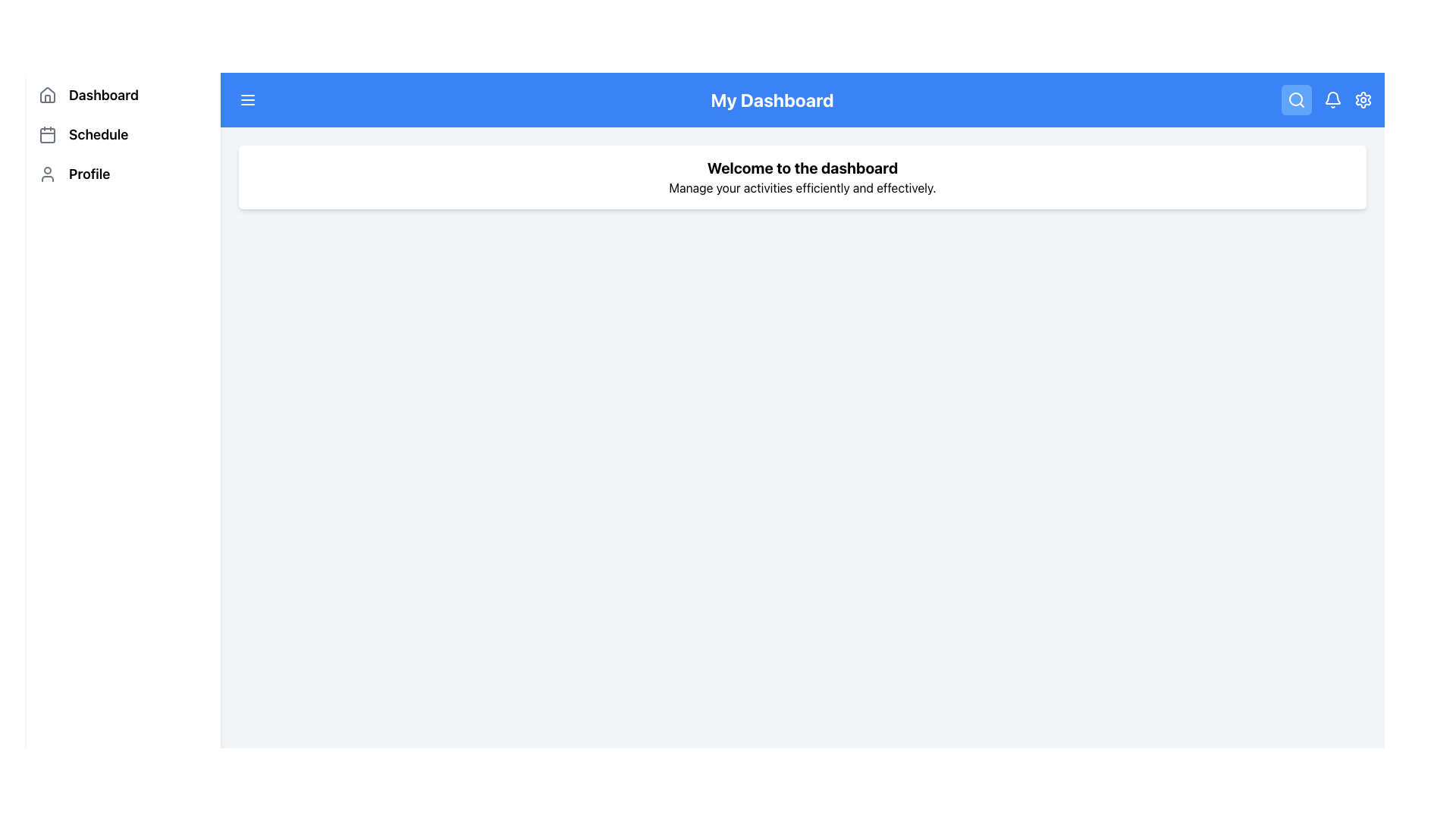  I want to click on the 'Schedule' list item in the vertical navigation bar, so click(124, 133).